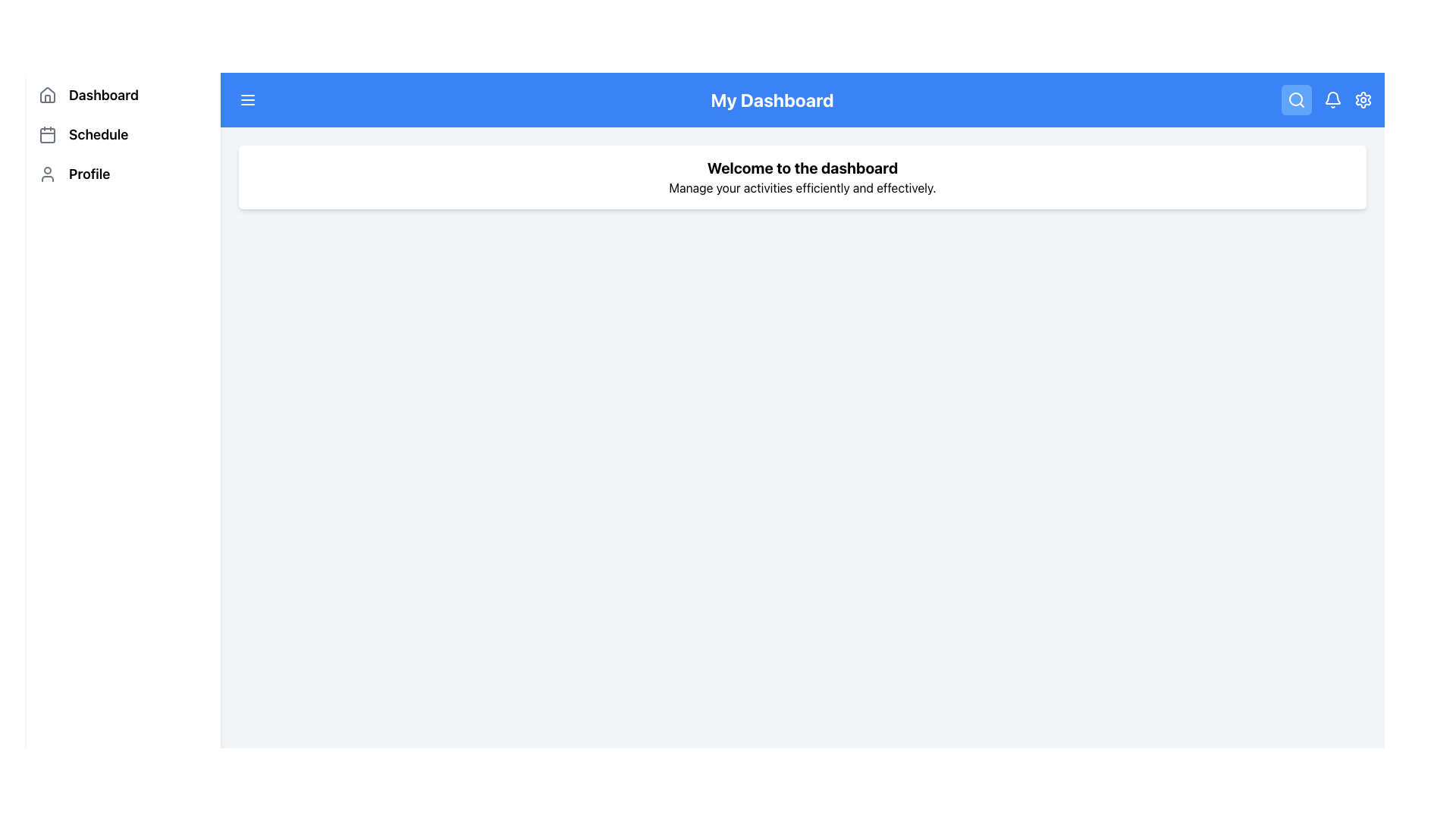  I want to click on the 'Schedule' list item in the vertical navigation bar, so click(124, 133).